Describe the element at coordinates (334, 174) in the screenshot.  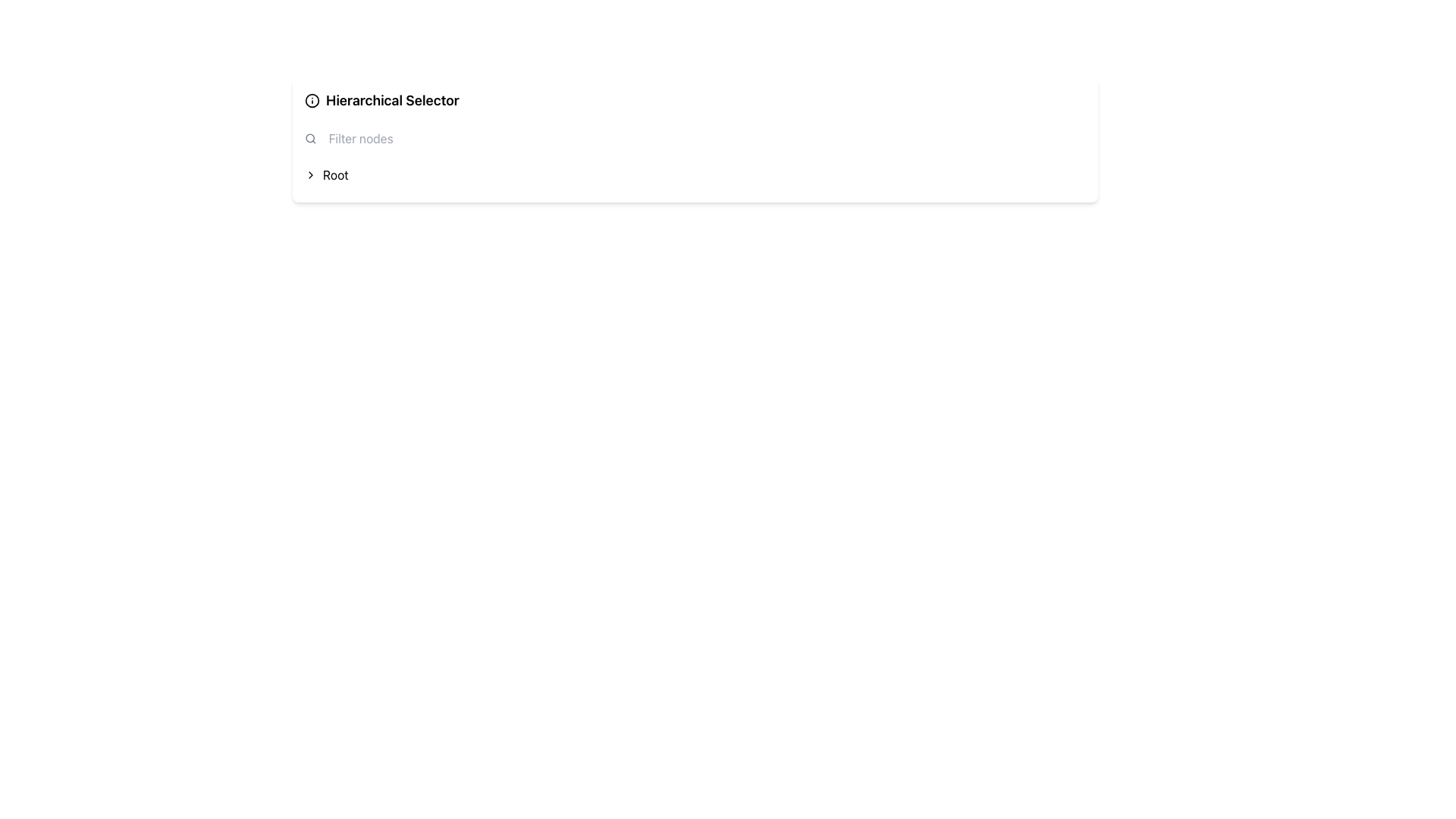
I see `the 'Root' text label, which serves as an identifier for a section in the hierarchical selector, to interact with its associated functionalities` at that location.